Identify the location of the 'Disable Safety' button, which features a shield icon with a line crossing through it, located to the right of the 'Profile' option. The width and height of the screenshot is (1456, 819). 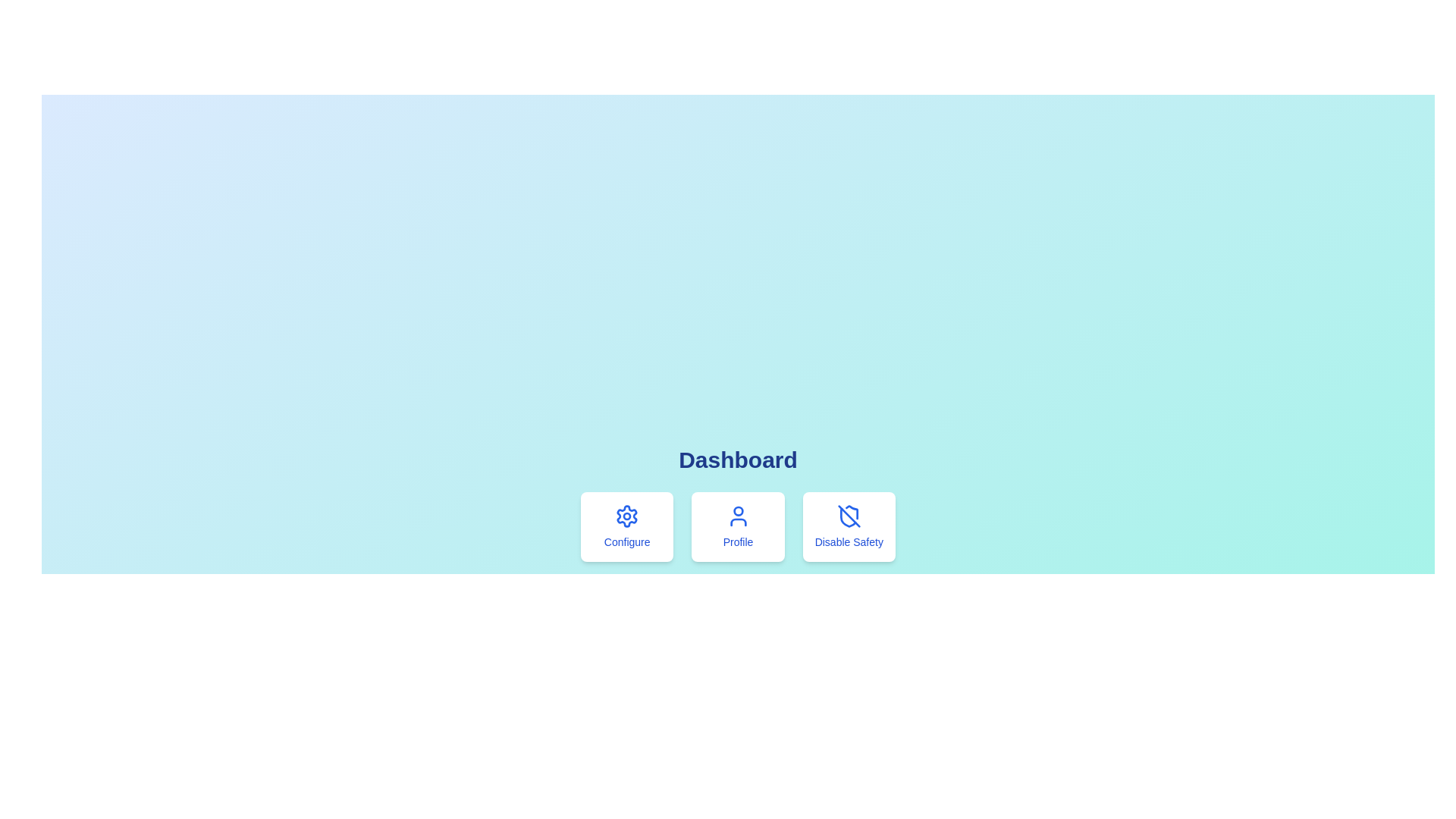
(848, 526).